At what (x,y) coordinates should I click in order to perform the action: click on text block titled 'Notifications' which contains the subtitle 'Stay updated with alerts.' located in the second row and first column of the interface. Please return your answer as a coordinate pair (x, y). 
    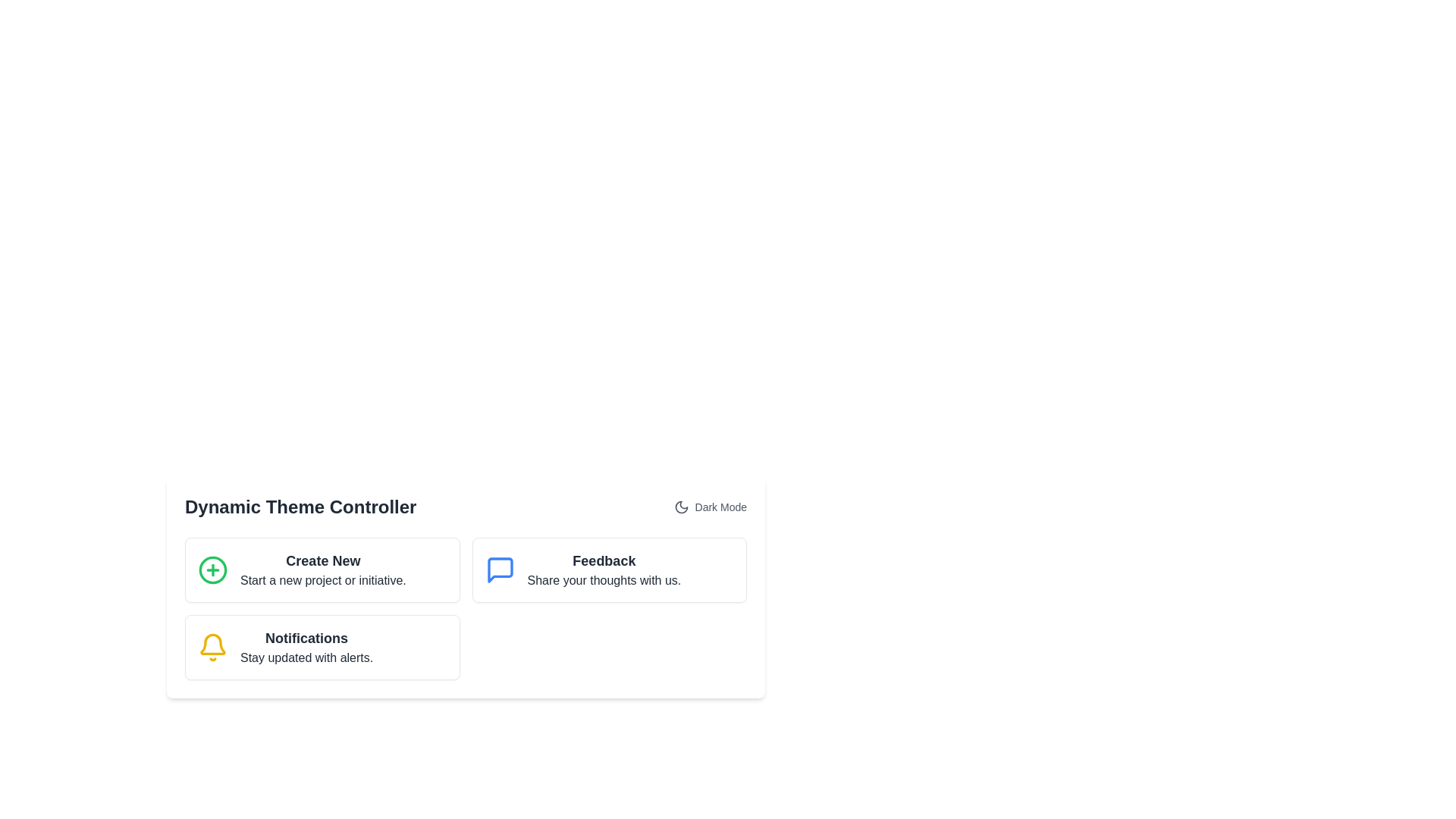
    Looking at the image, I should click on (306, 647).